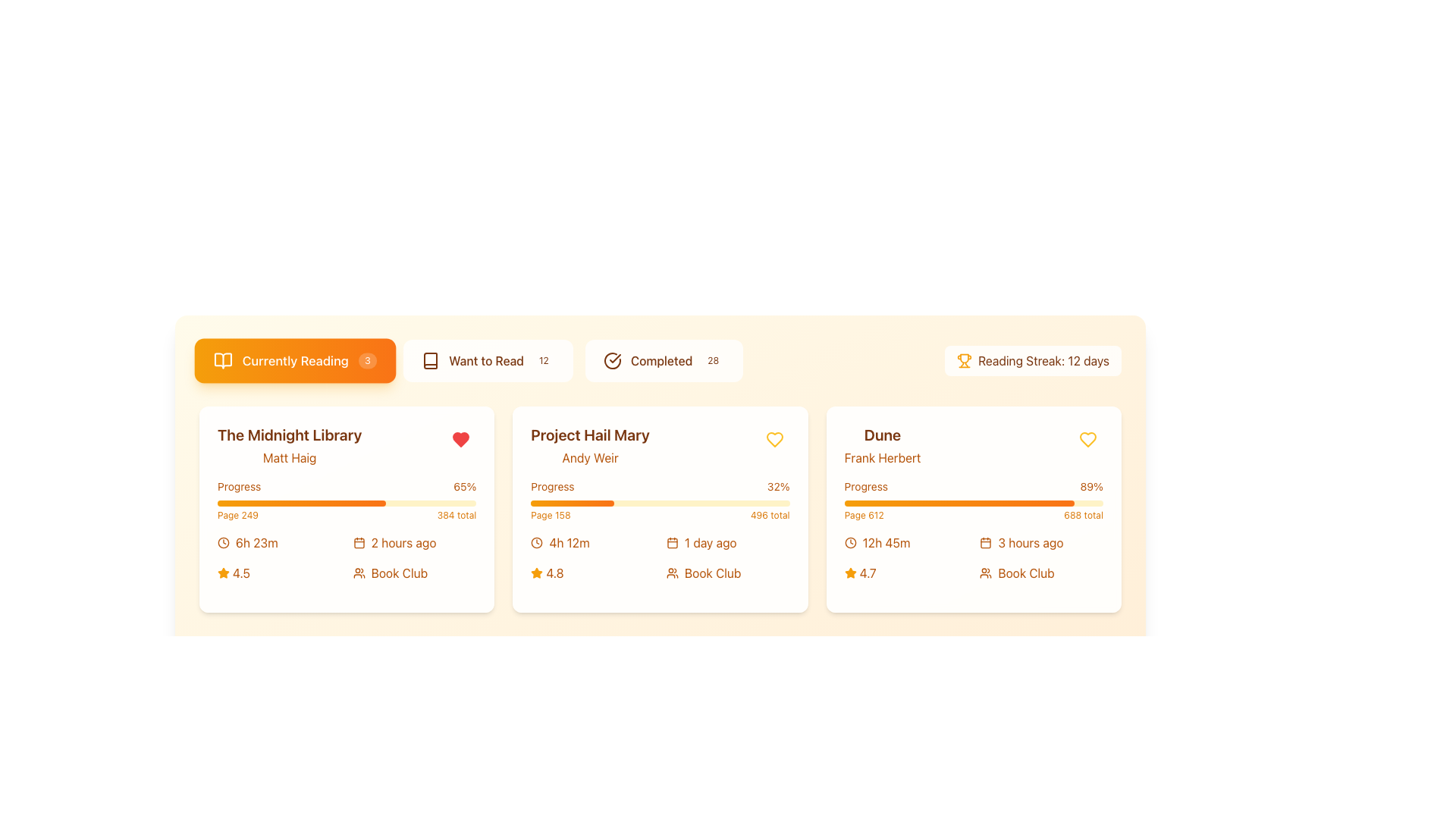 This screenshot has width=1456, height=819. I want to click on the progress bar that displays the reading progress for the book 'Project Hail Mary', located in the center of the card beneath the title and author name, so click(660, 500).